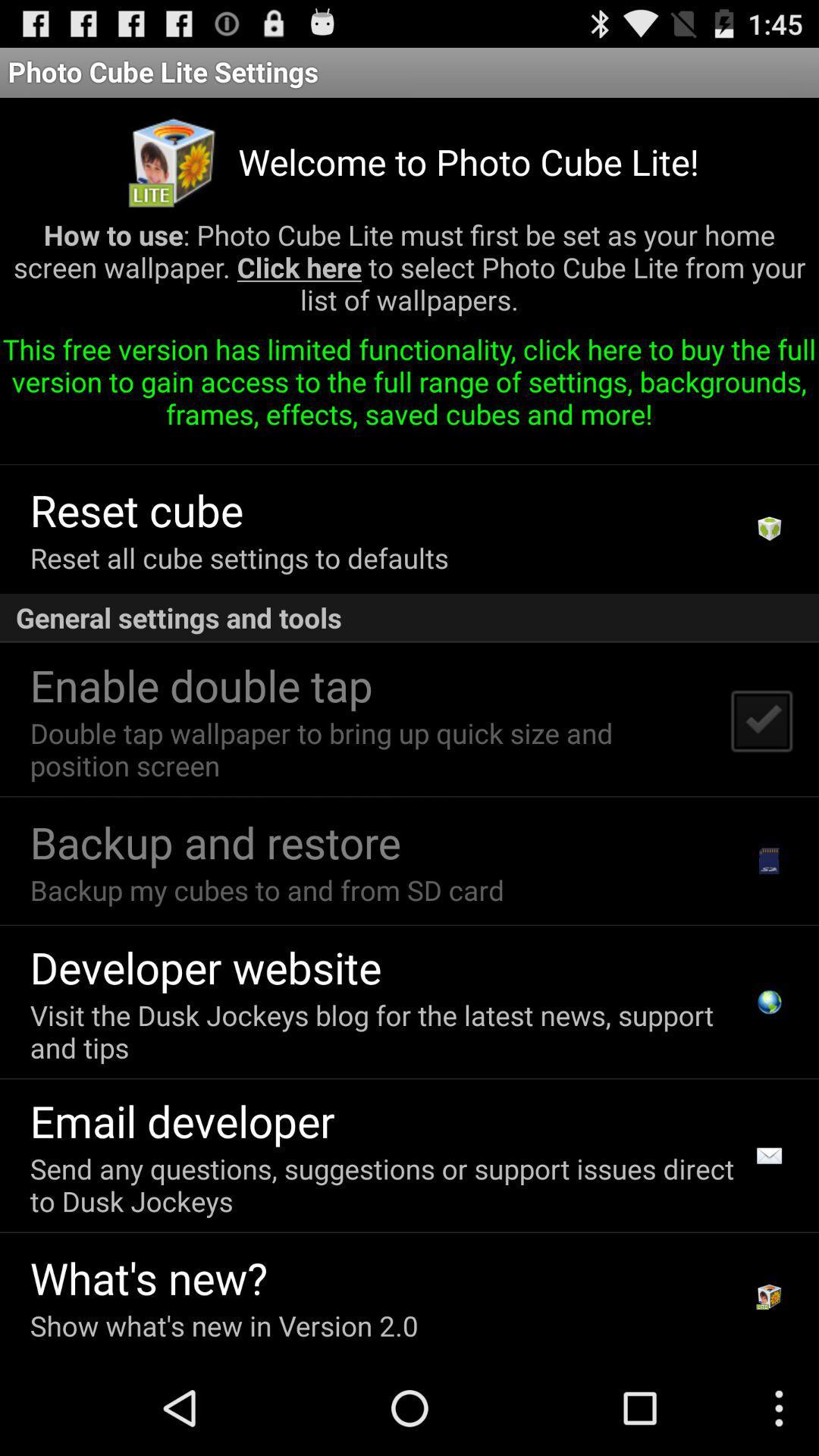 This screenshot has width=819, height=1456. Describe the element at coordinates (181, 1120) in the screenshot. I see `the icon above the send any questions` at that location.